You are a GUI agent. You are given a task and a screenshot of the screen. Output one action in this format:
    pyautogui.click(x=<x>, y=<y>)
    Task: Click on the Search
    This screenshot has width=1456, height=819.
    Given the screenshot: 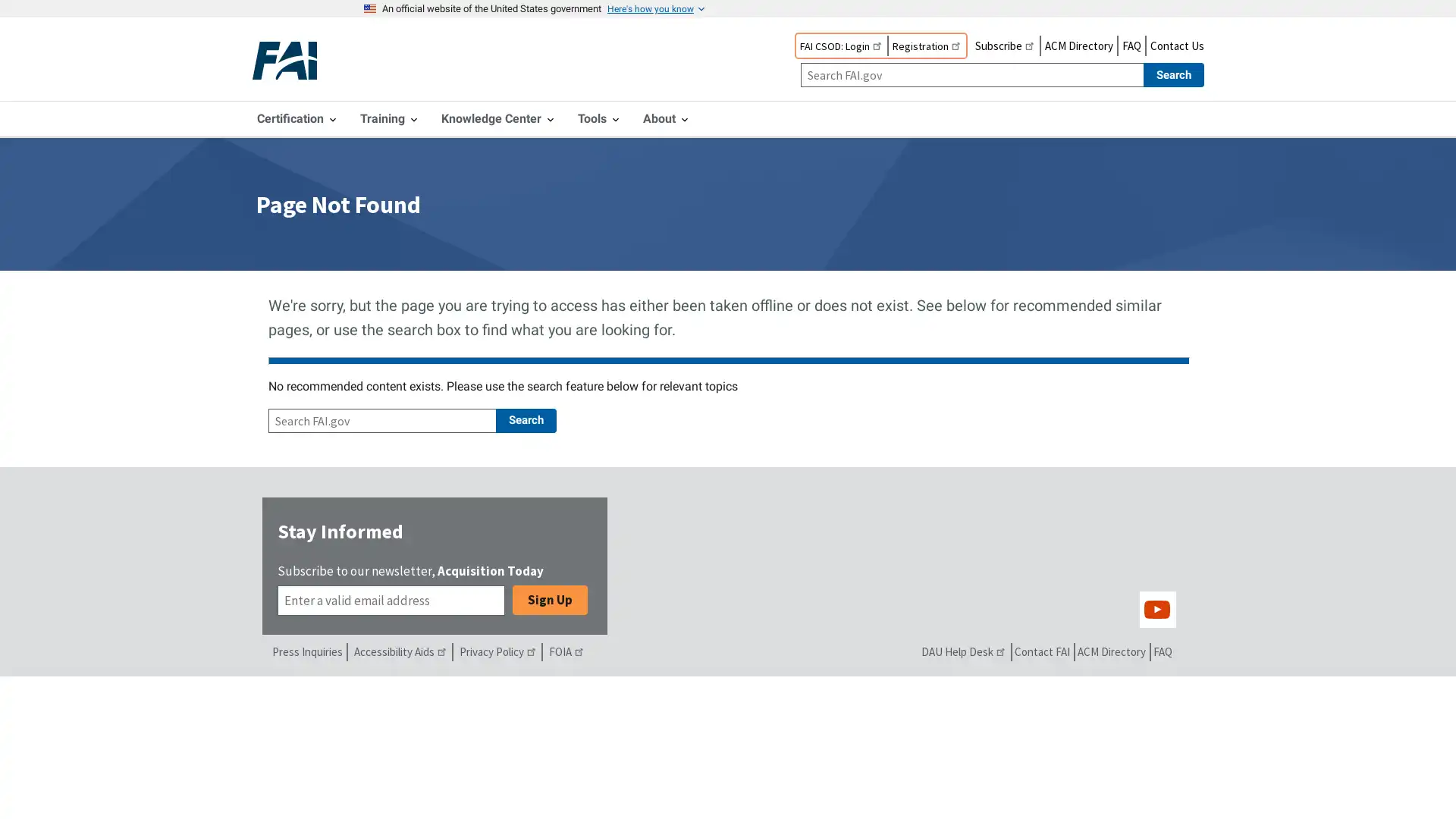 What is the action you would take?
    pyautogui.click(x=1172, y=75)
    